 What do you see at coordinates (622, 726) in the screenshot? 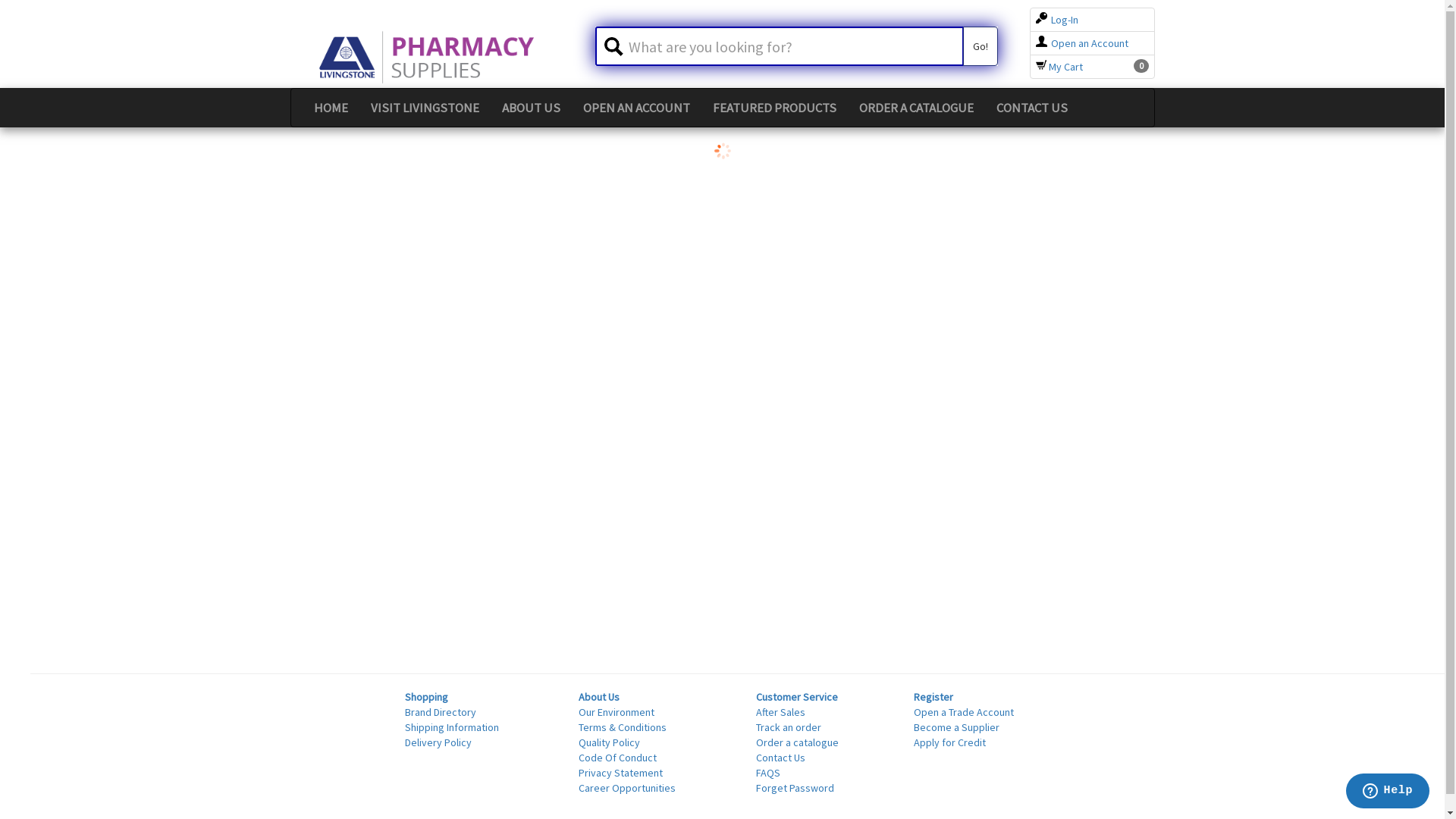
I see `'Terms & Conditions'` at bounding box center [622, 726].